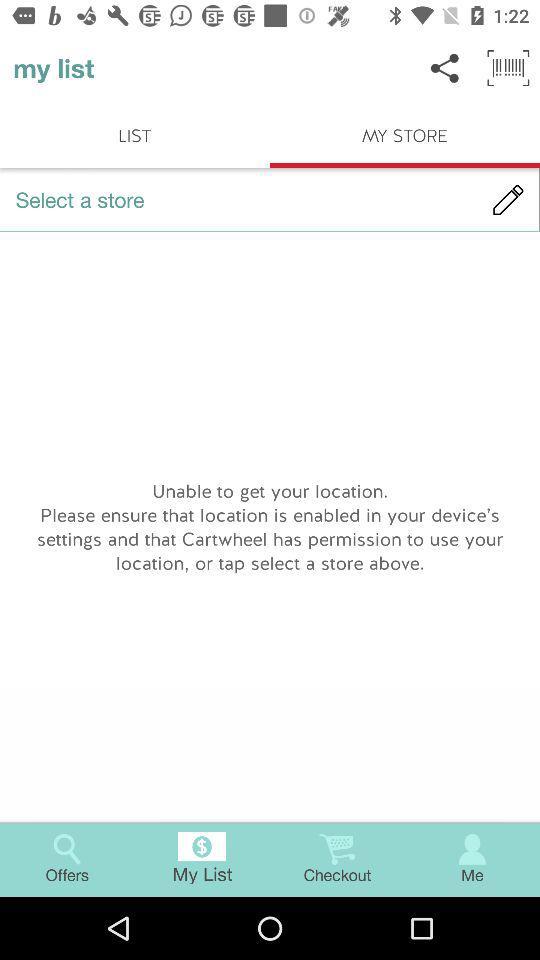 The height and width of the screenshot is (960, 540). Describe the element at coordinates (270, 199) in the screenshot. I see `item below list item` at that location.